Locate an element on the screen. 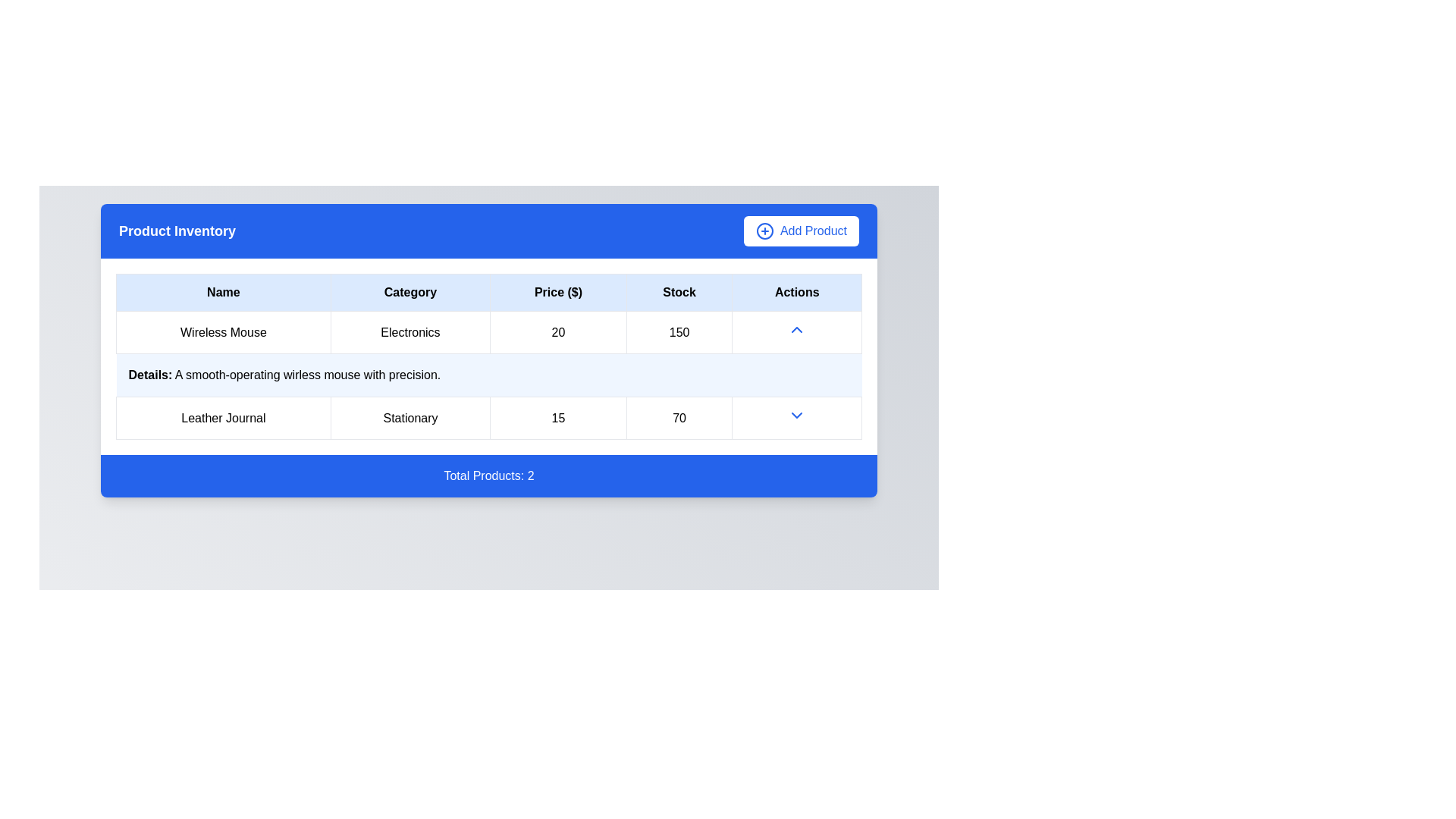 The height and width of the screenshot is (819, 1456). text displayed in the text block that shows 'Leather Journal' in the first cell of the second row under the 'Name' column is located at coordinates (222, 418).